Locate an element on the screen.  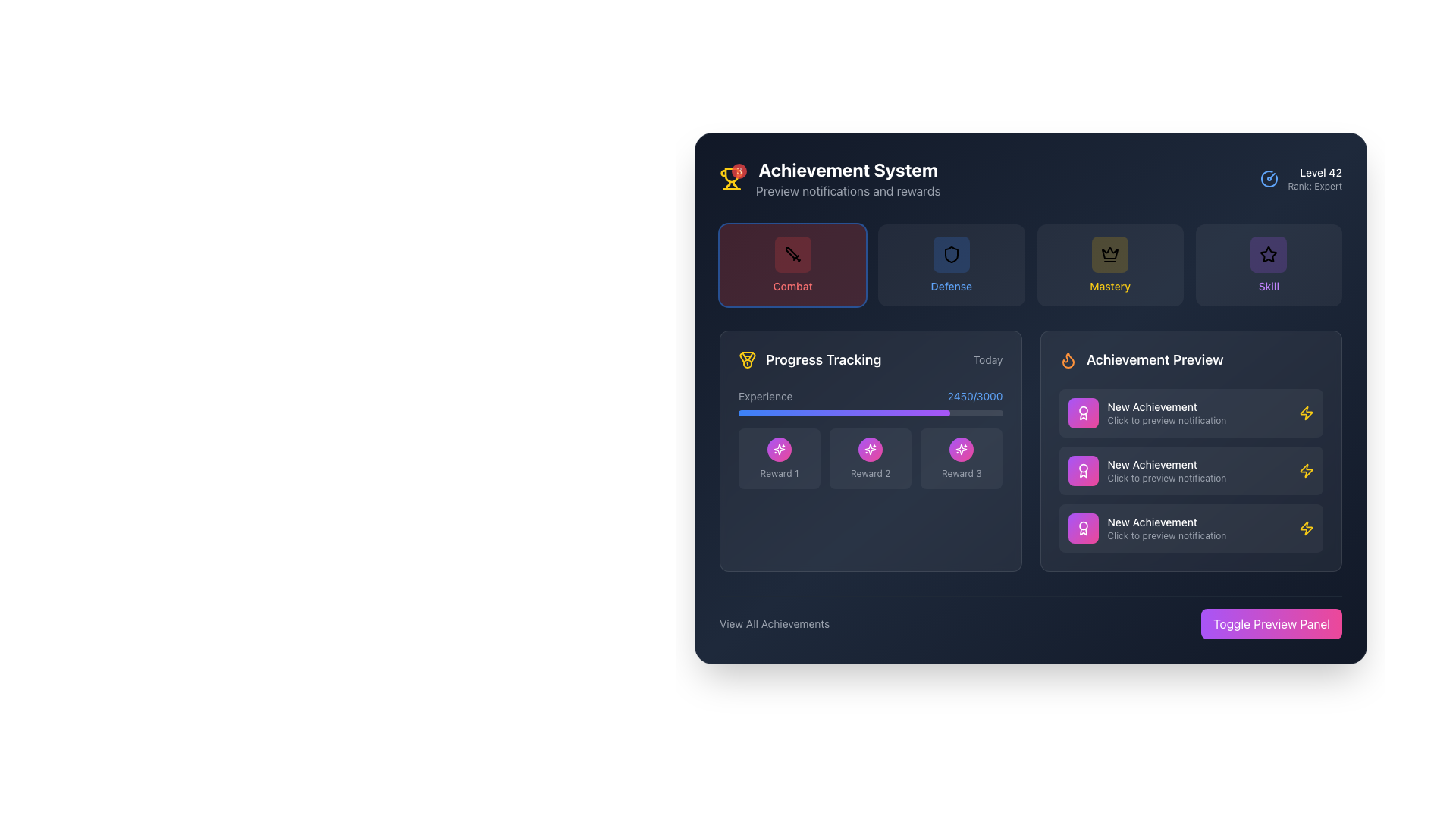
the text label displaying 'Rank: Expert', which is styled in a small gray font and located beneath the 'Level 42' text in the top-right region of the interface is located at coordinates (1314, 186).